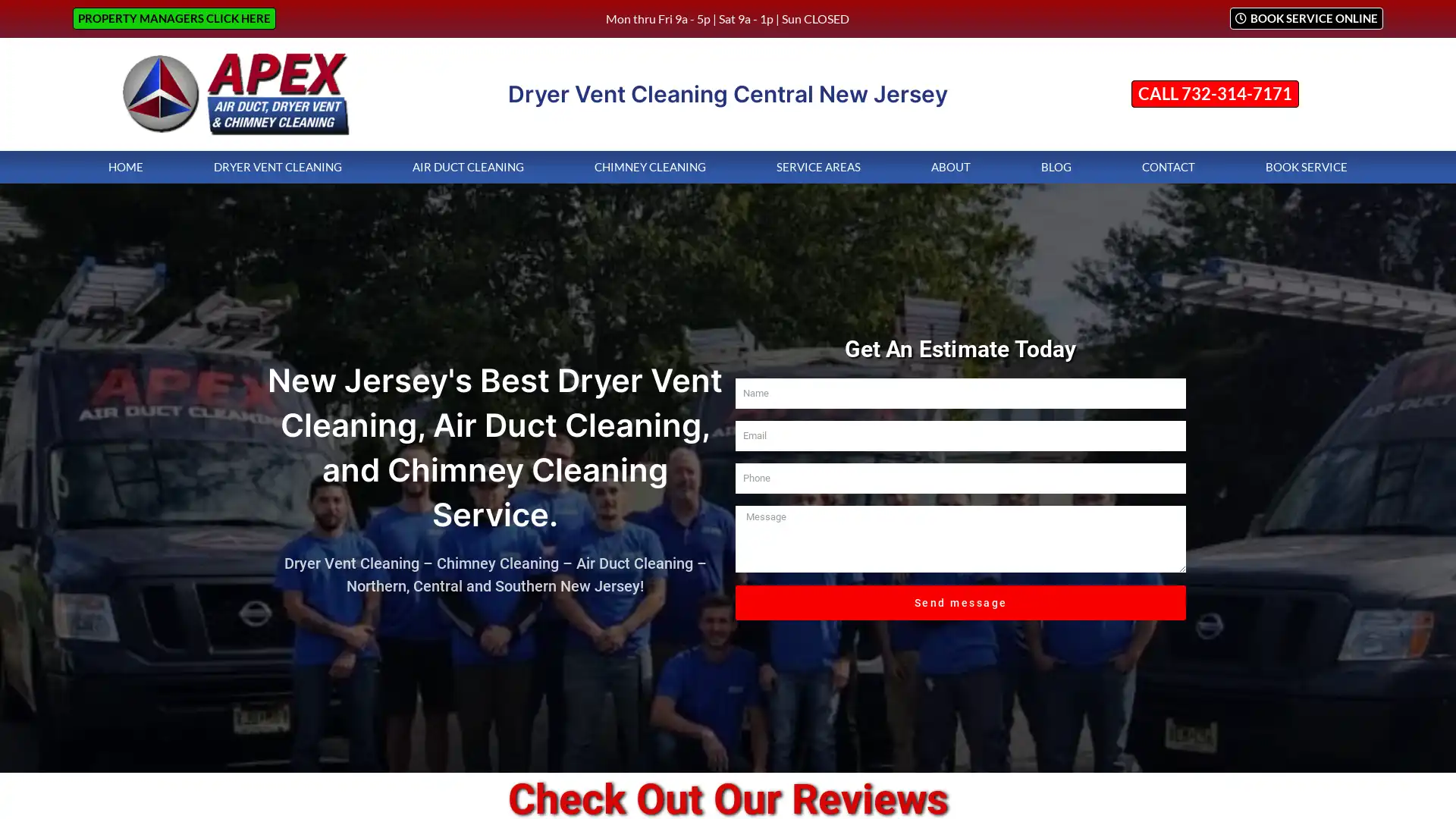  I want to click on CALL 732-314-7171, so click(1214, 93).